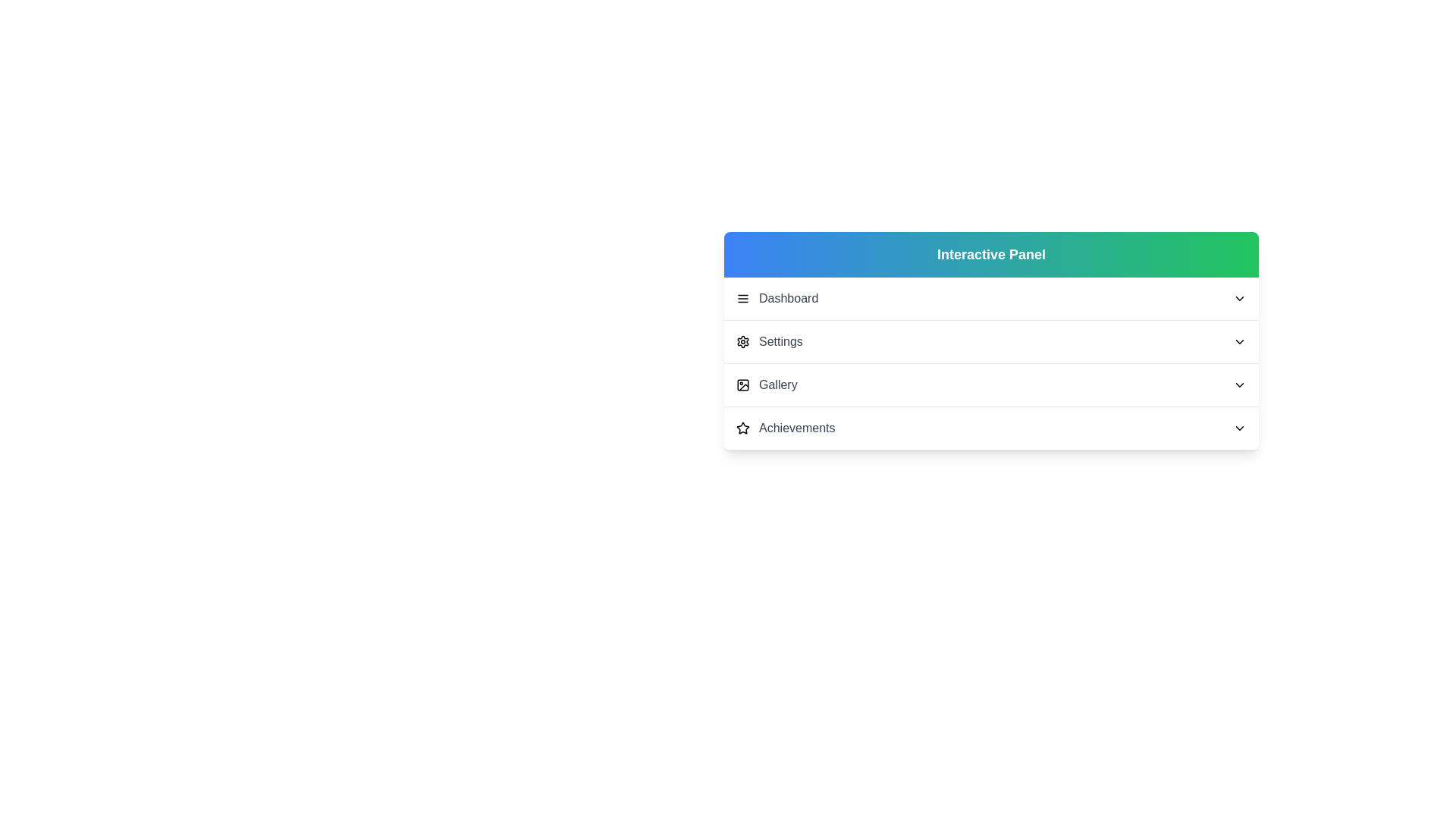 This screenshot has height=819, width=1456. What do you see at coordinates (991, 428) in the screenshot?
I see `the 'Achievements' menu item, which is the fourth item in a vertical list` at bounding box center [991, 428].